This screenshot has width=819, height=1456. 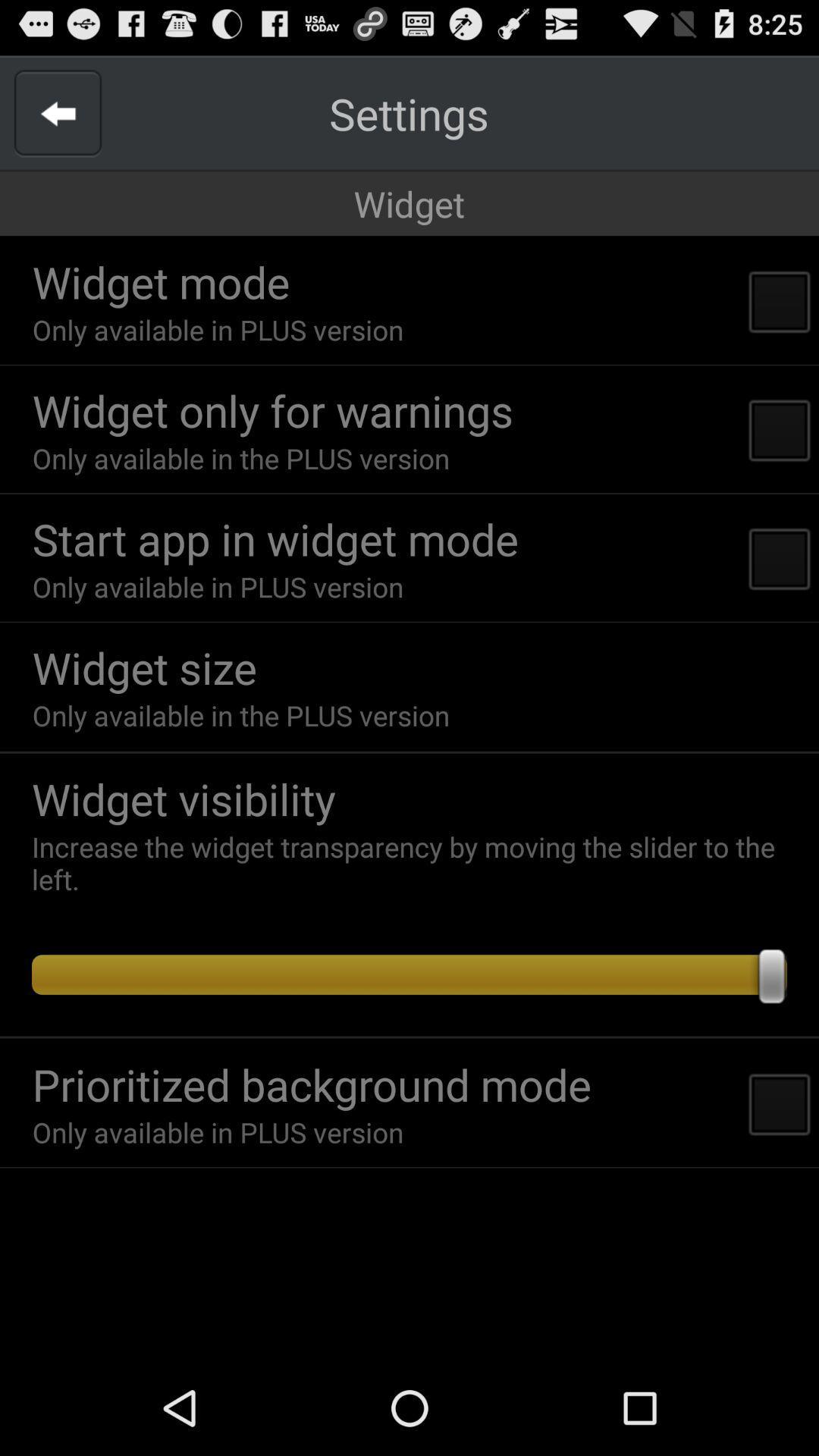 What do you see at coordinates (275, 538) in the screenshot?
I see `the icon below only available in app` at bounding box center [275, 538].